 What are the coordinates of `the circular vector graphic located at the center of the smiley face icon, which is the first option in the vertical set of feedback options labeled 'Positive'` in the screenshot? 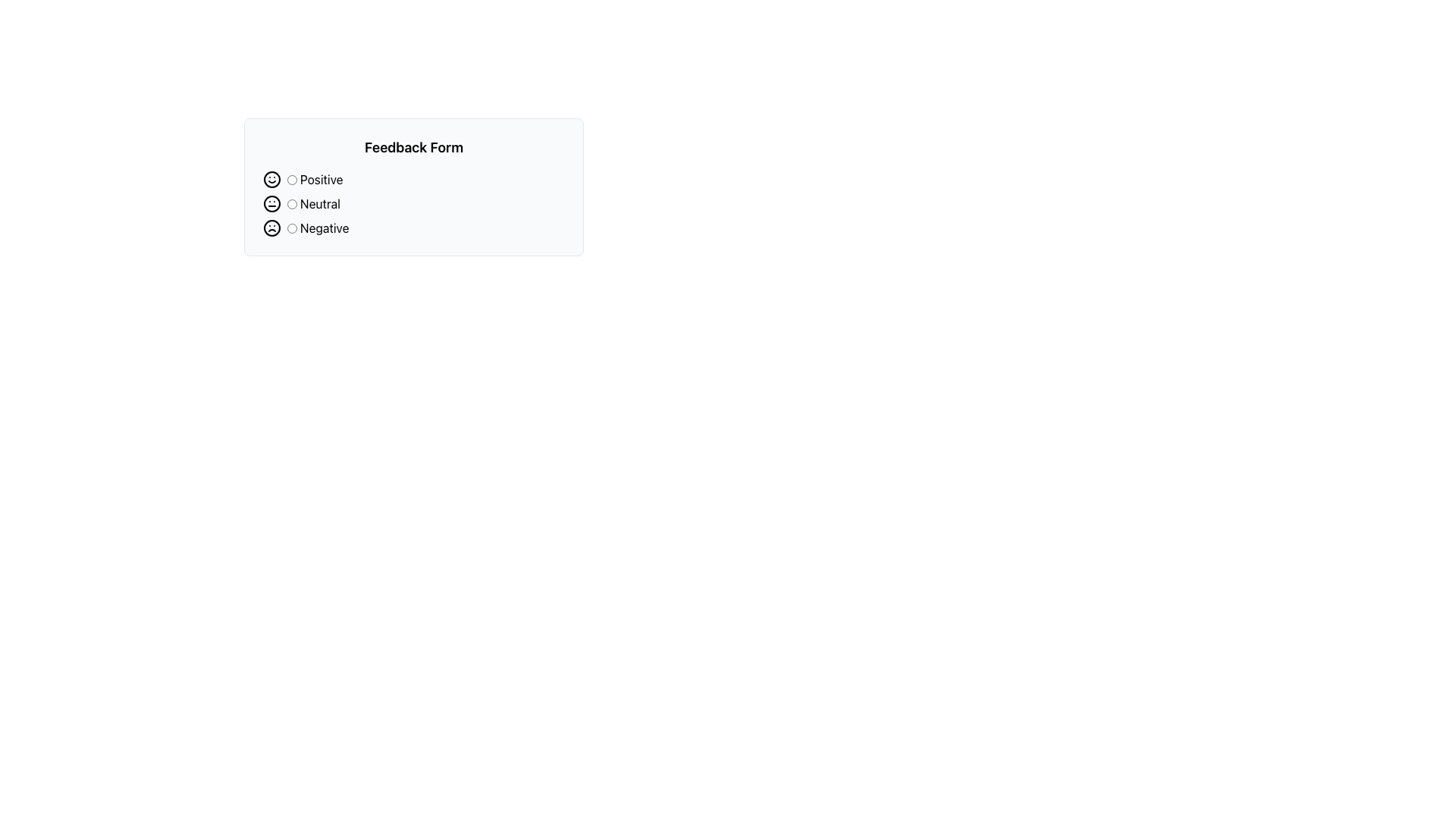 It's located at (272, 178).